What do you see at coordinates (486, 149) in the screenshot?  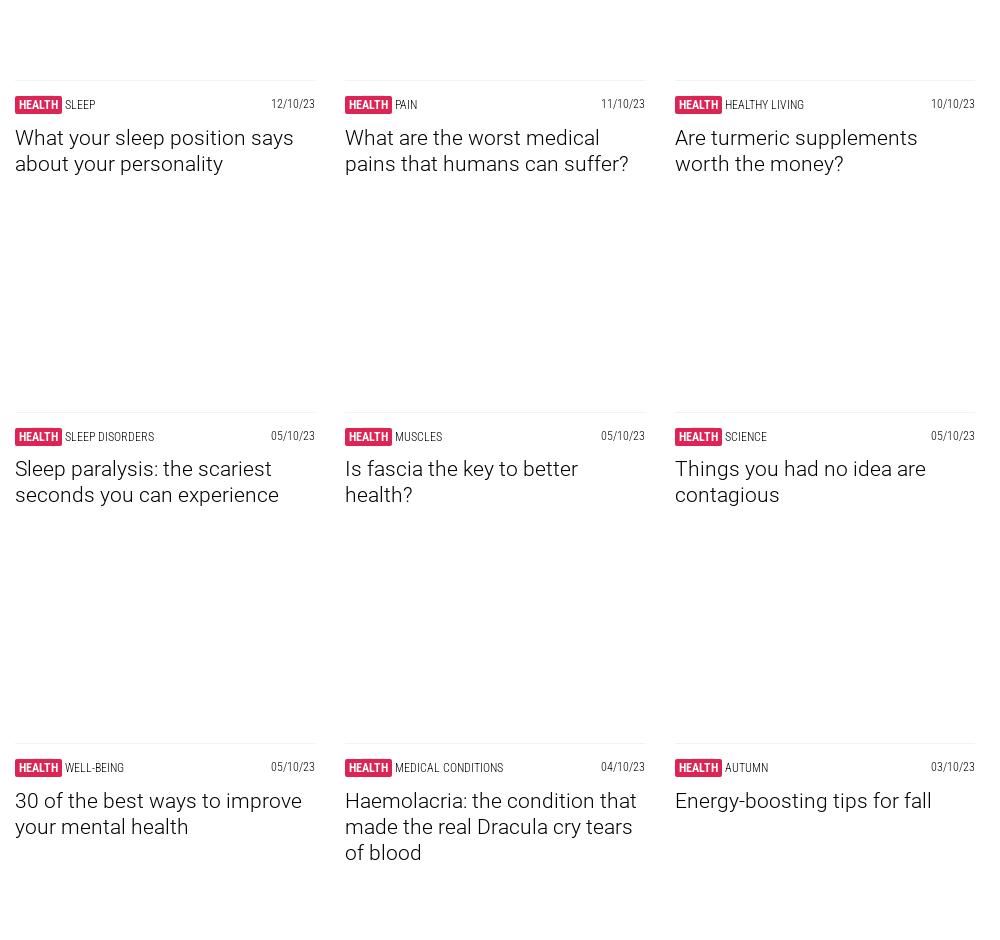 I see `'What are the worst medical pains that humans can suffer?'` at bounding box center [486, 149].